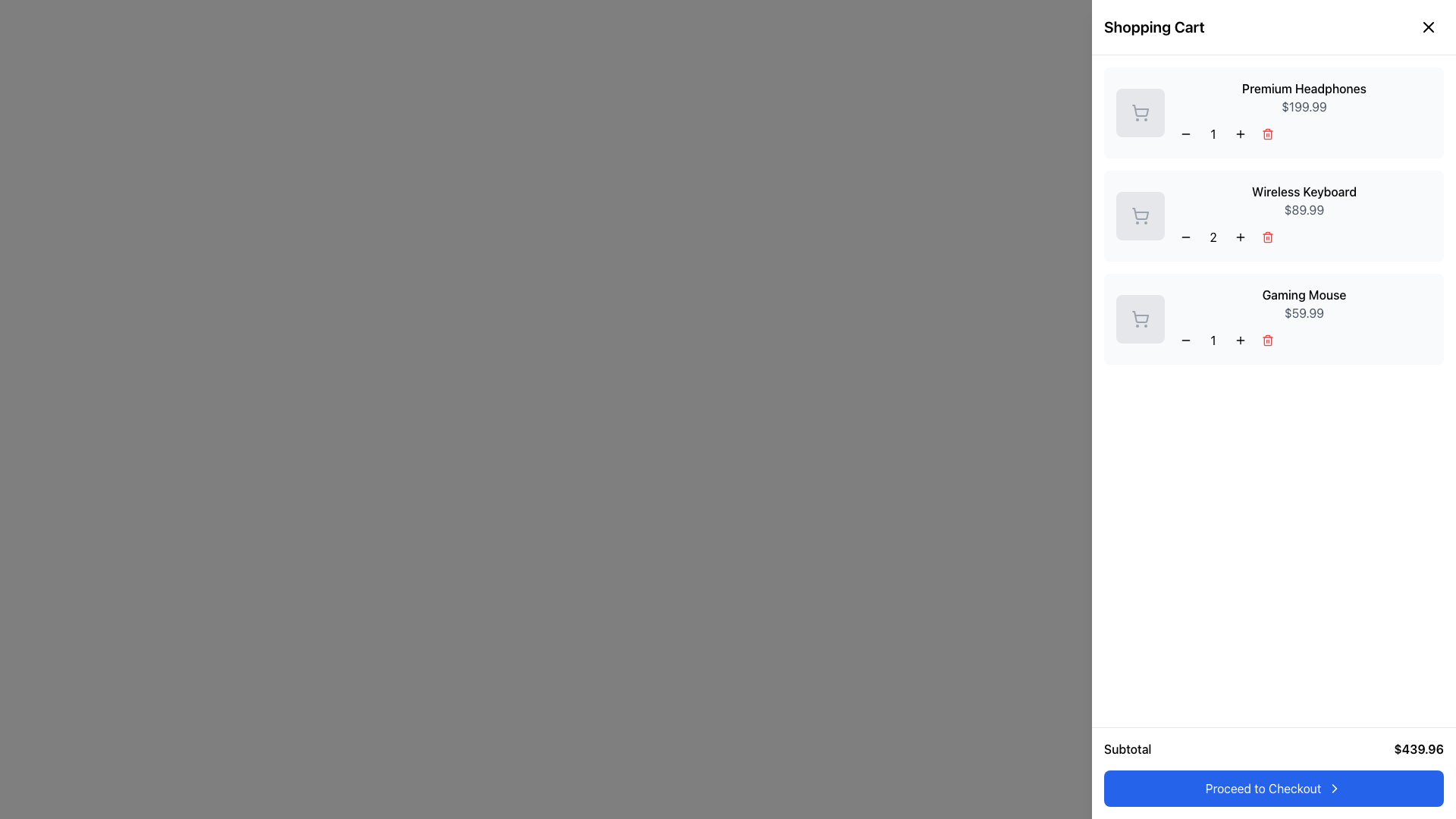 The image size is (1456, 819). What do you see at coordinates (1140, 318) in the screenshot?
I see `the decorative shopping cart icon located in the leftmost part of the 'Gaming Mouse' section of the shopping cart interface` at bounding box center [1140, 318].